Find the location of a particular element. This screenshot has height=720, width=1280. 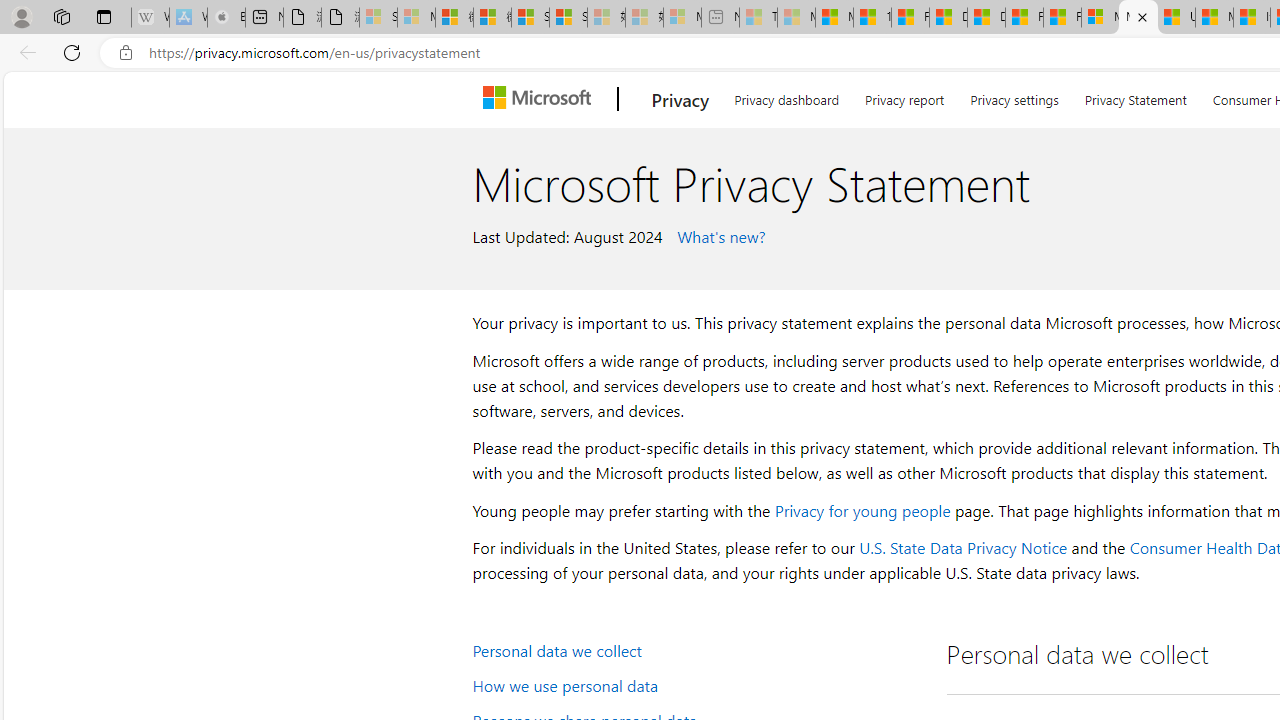

'Privacy for young people' is located at coordinates (862, 509).